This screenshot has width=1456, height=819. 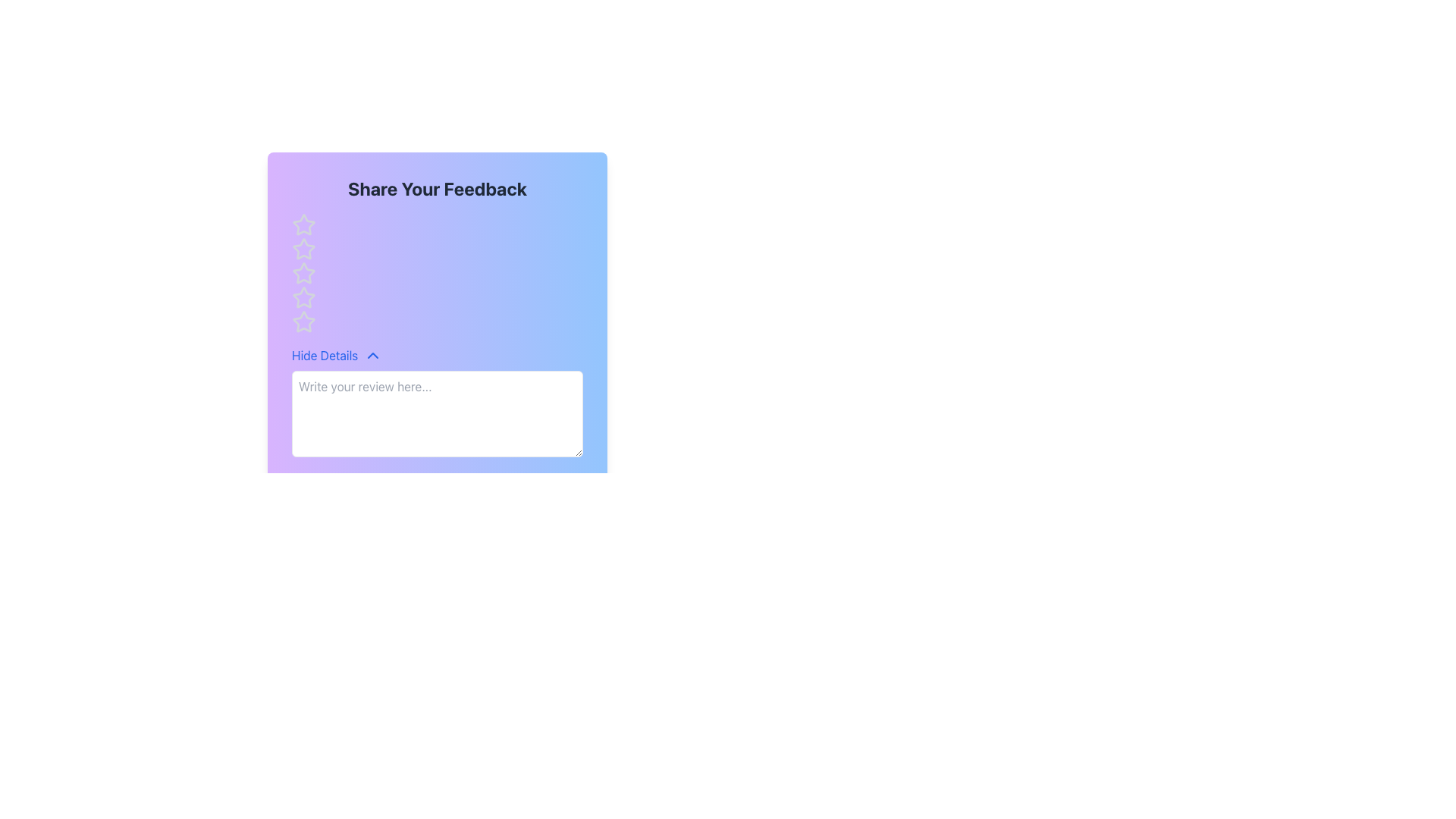 What do you see at coordinates (303, 247) in the screenshot?
I see `the second star in the vertical sequence of five stars` at bounding box center [303, 247].